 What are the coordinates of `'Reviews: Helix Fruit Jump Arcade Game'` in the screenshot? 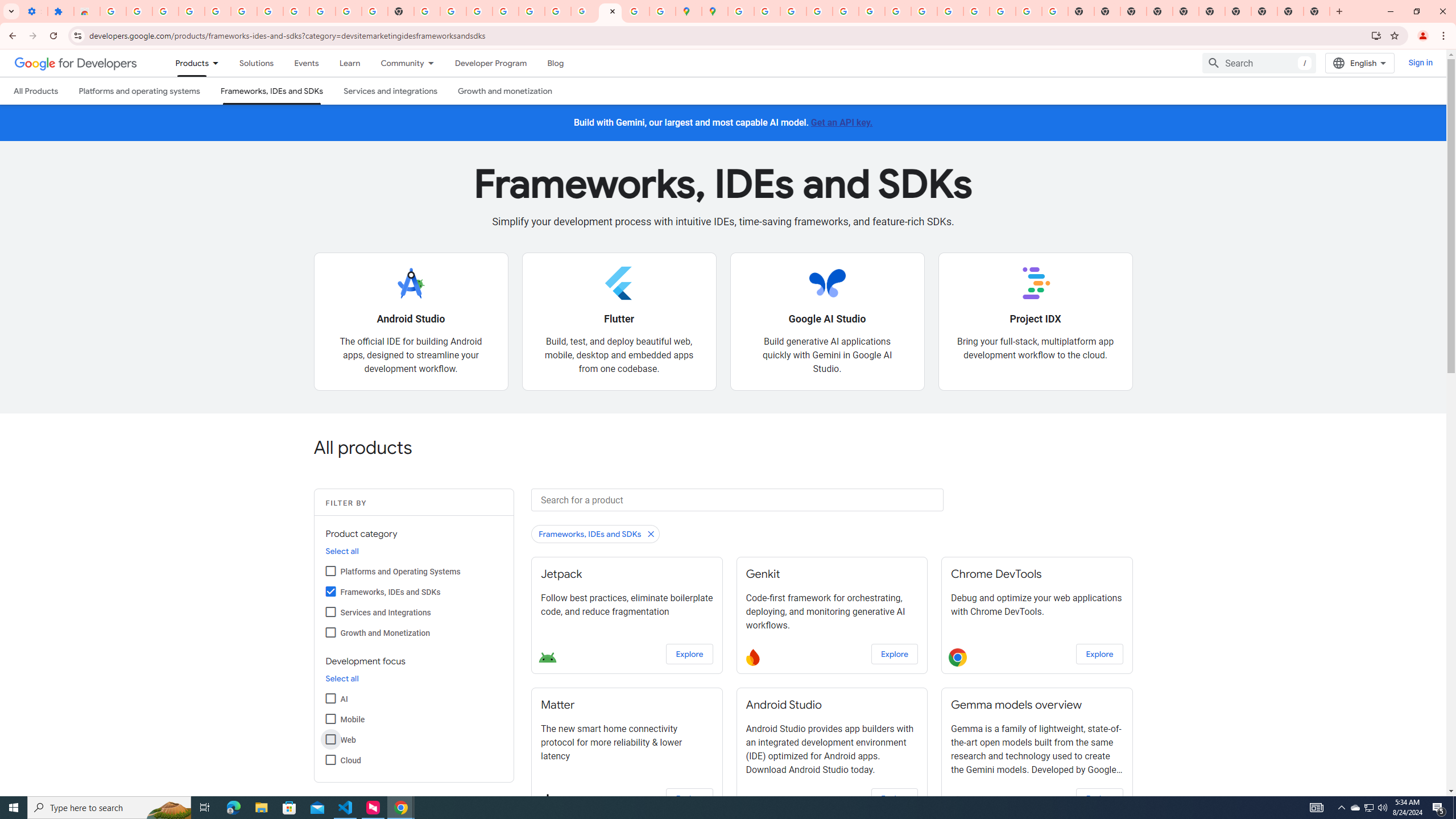 It's located at (86, 11).